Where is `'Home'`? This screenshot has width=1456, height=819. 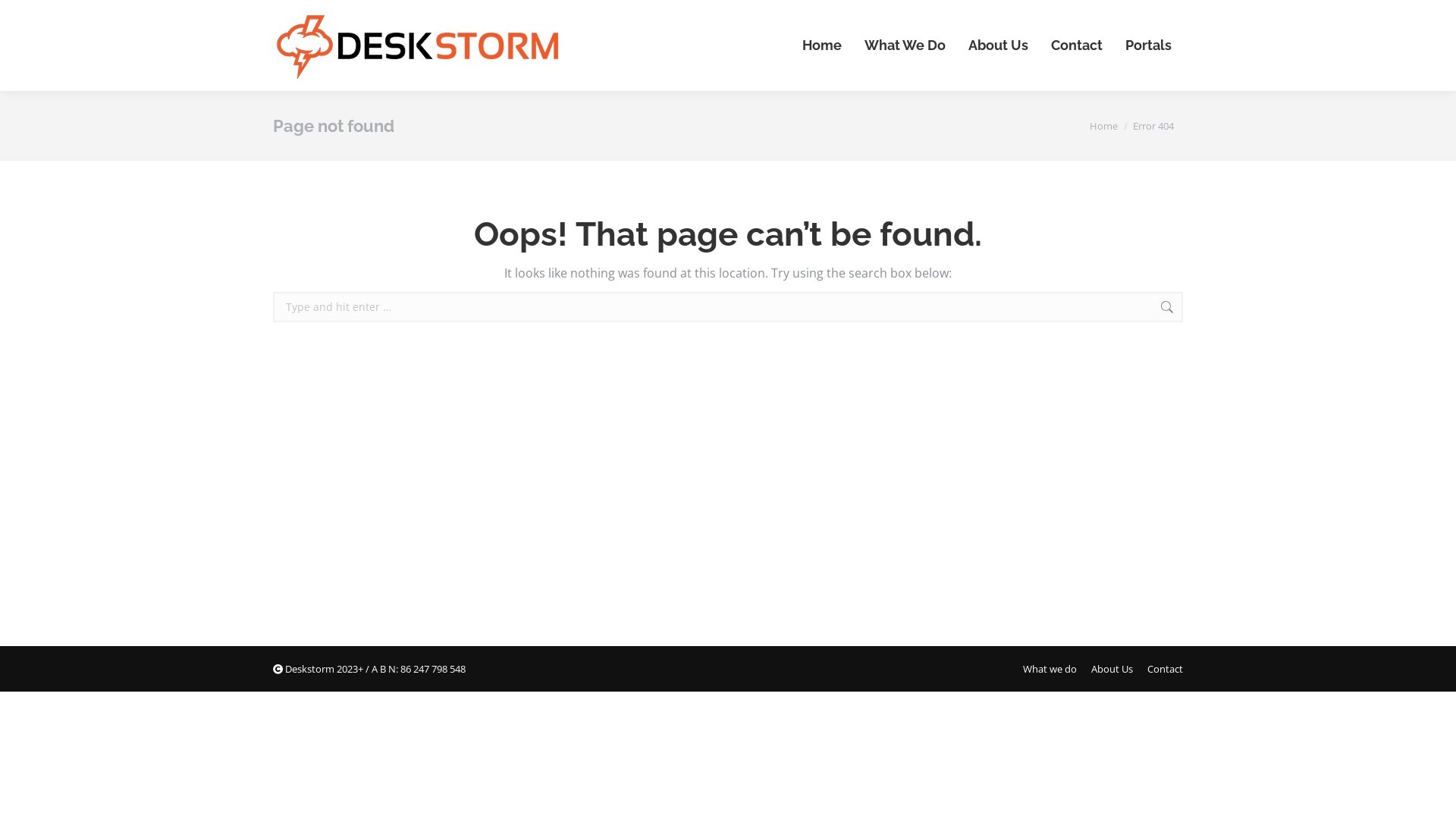
'Home' is located at coordinates (821, 45).